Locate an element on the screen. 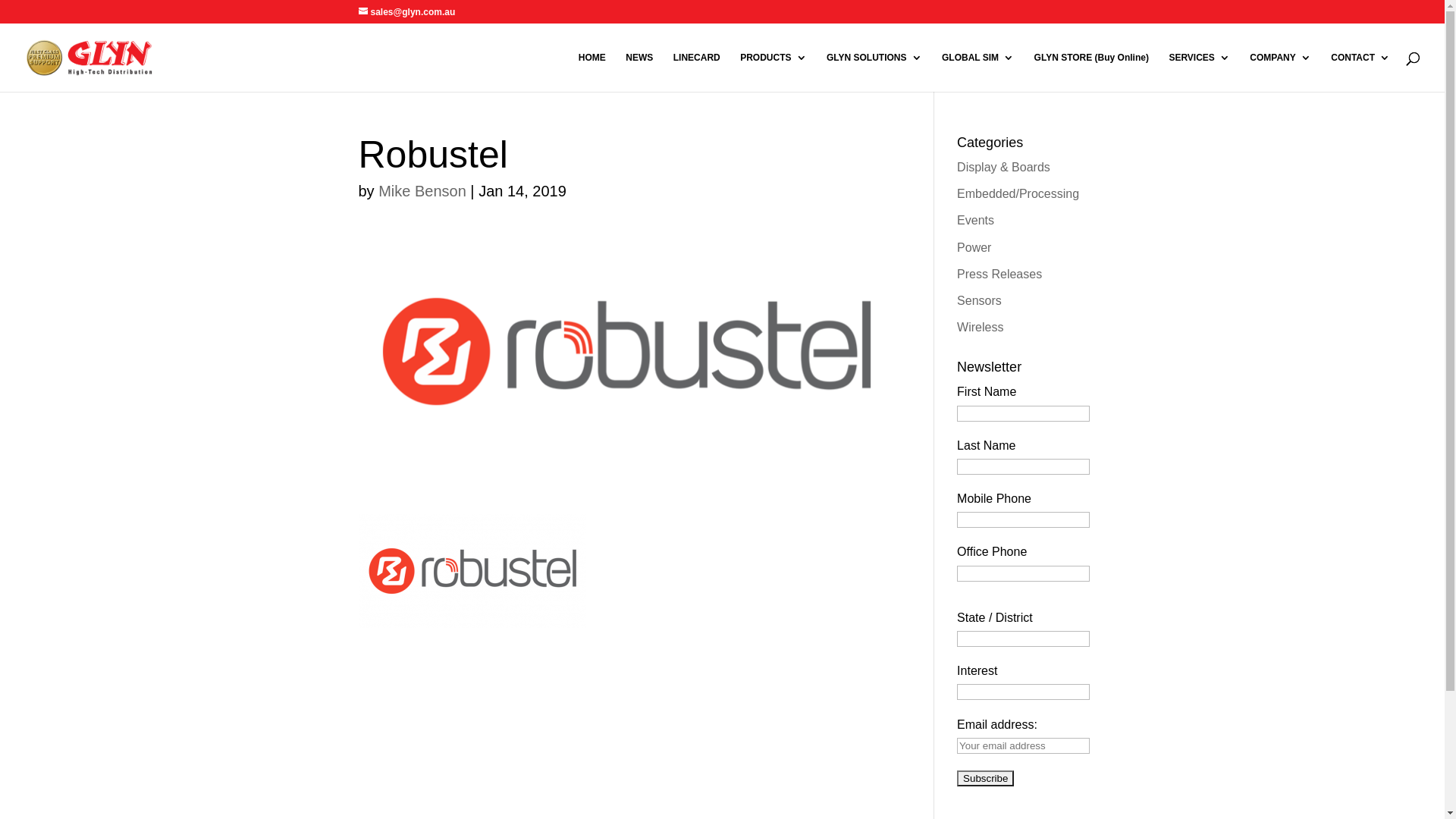 This screenshot has width=1456, height=819. 'Wireless' is located at coordinates (980, 326).